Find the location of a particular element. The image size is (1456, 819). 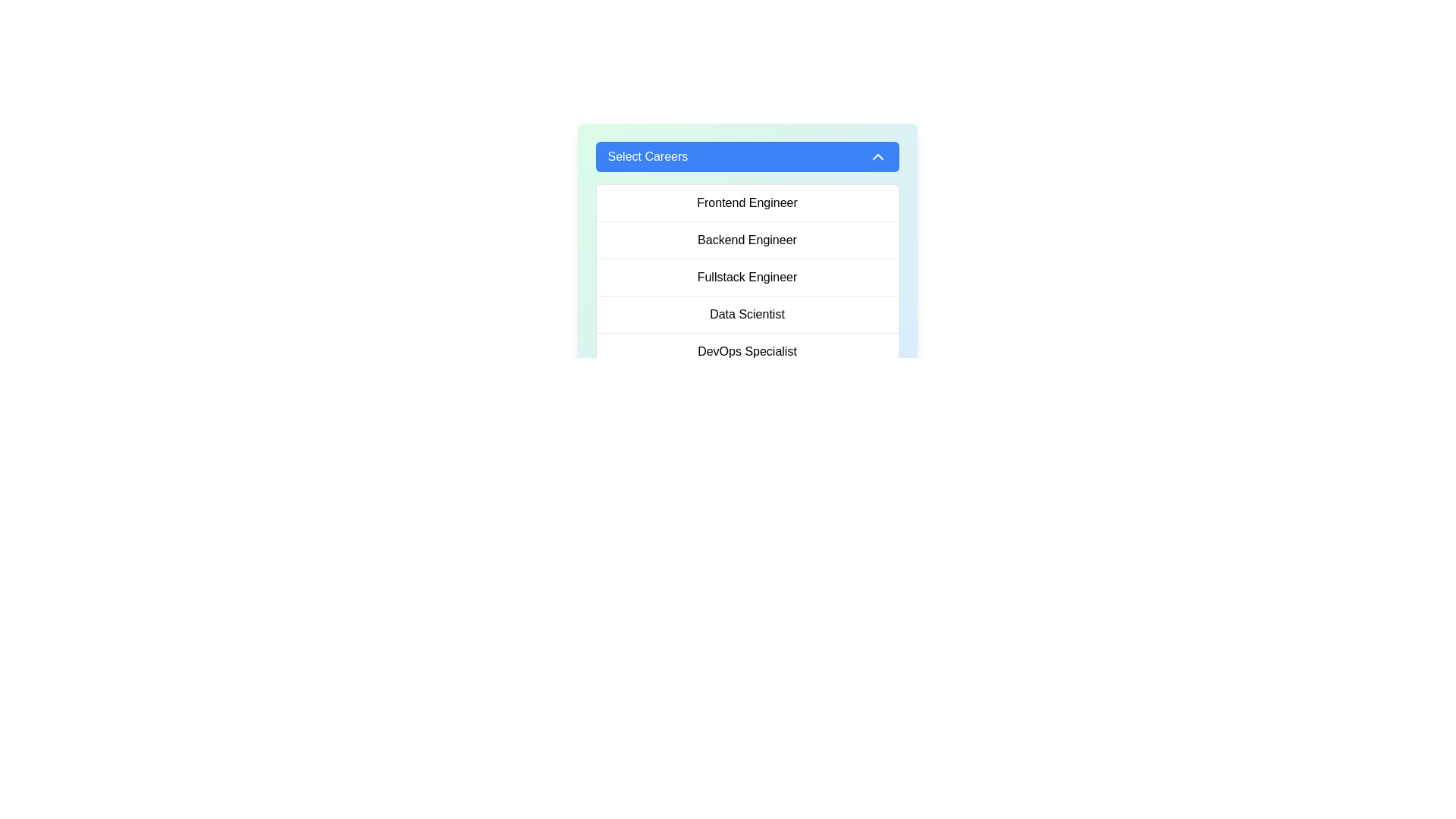

the text-based list item labeled 'Data Scientist' is located at coordinates (747, 314).